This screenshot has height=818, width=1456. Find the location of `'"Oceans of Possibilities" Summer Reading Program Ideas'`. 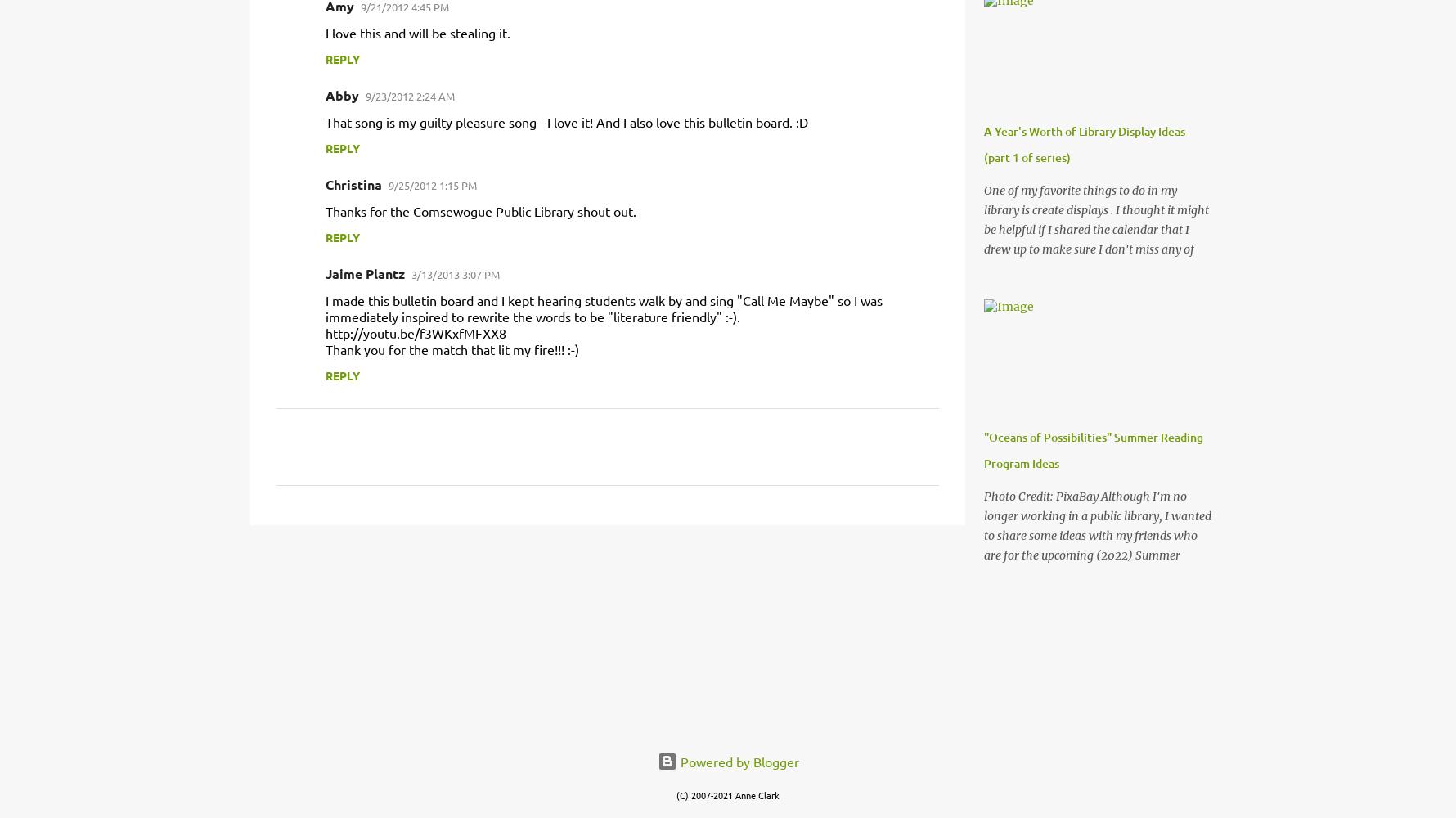

'"Oceans of Possibilities" Summer Reading Program Ideas' is located at coordinates (1093, 450).